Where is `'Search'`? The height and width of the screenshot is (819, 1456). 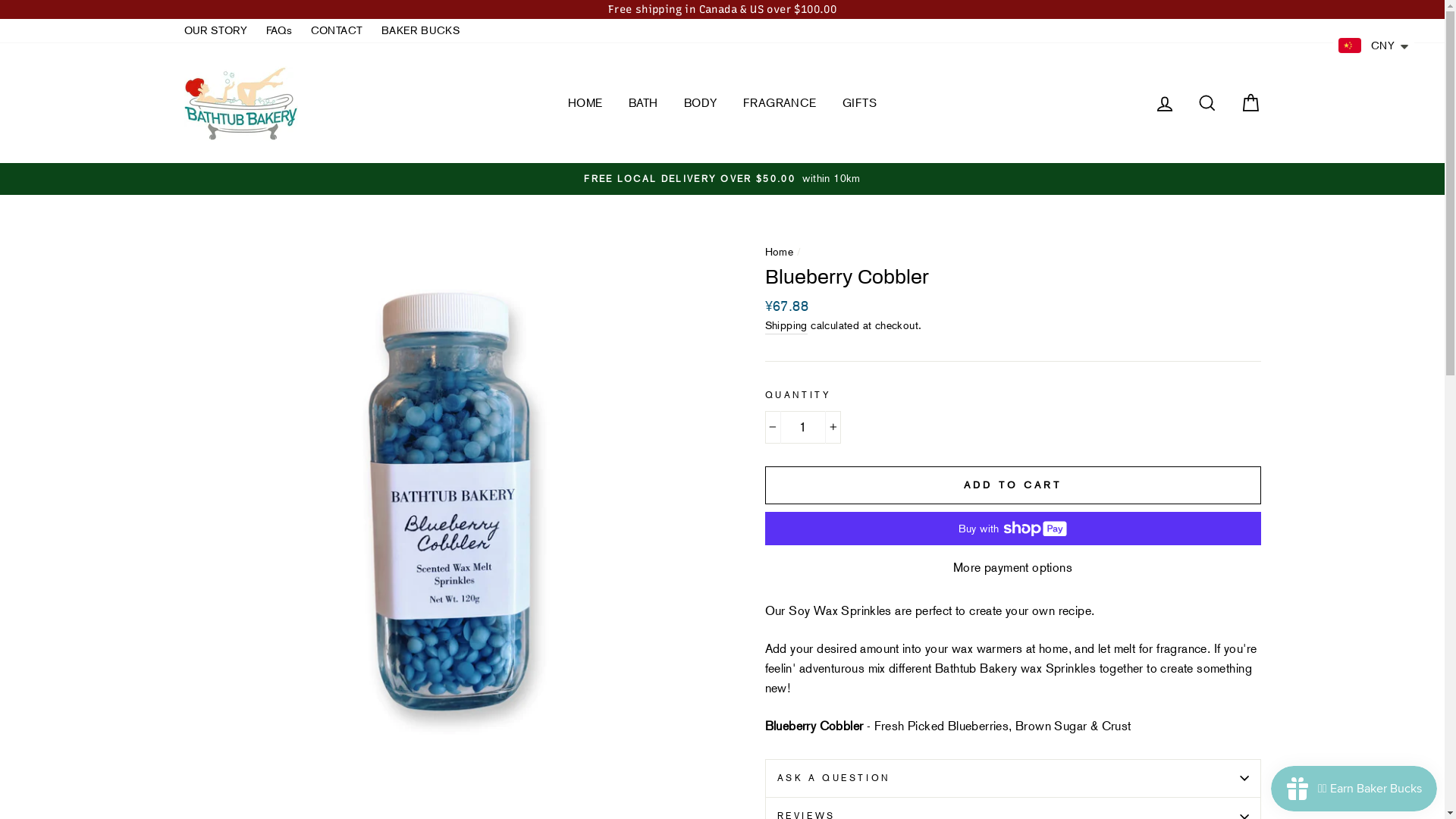 'Search' is located at coordinates (1186, 102).